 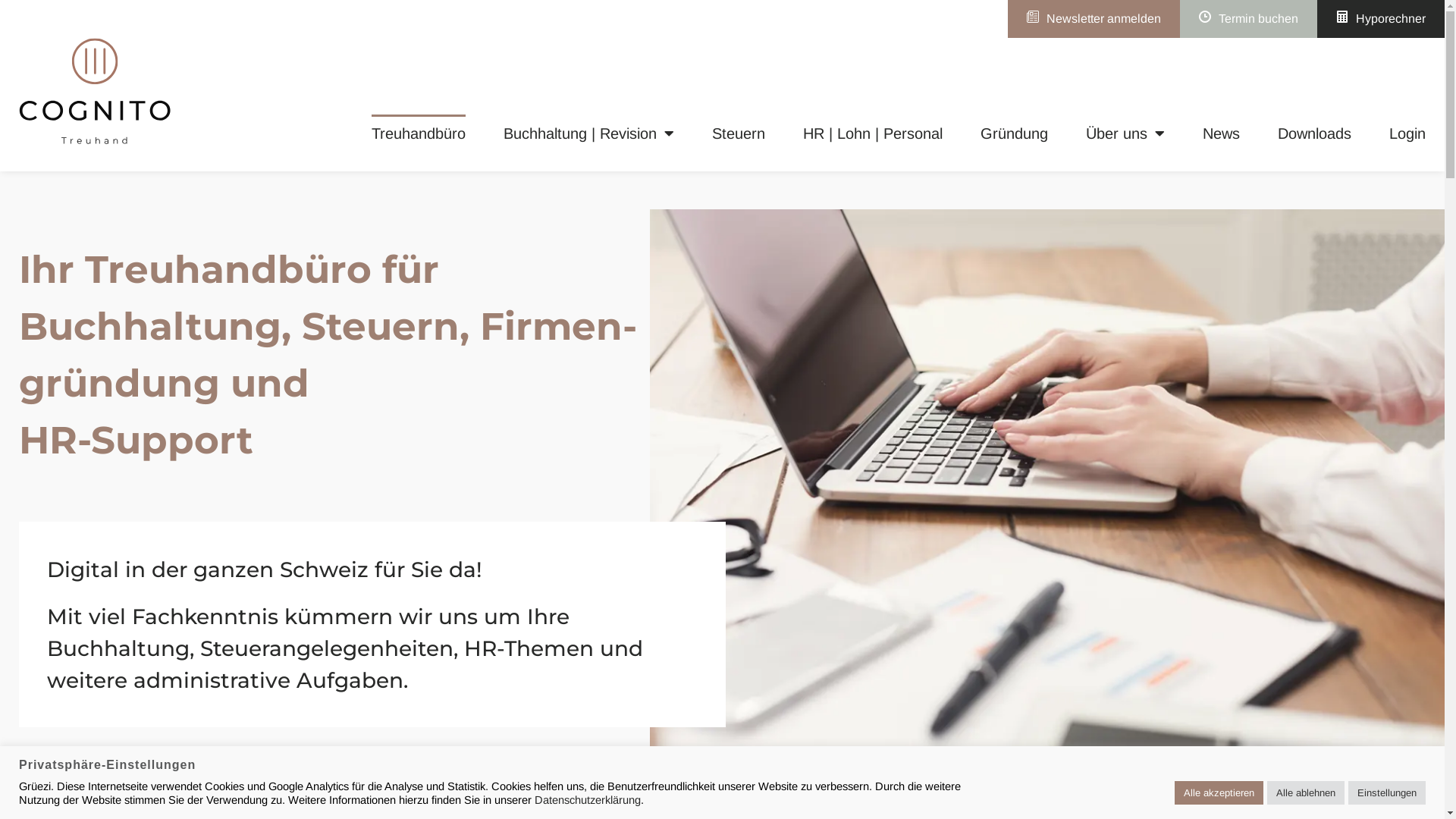 I want to click on 'Buchhaltung | Revision', so click(x=503, y=133).